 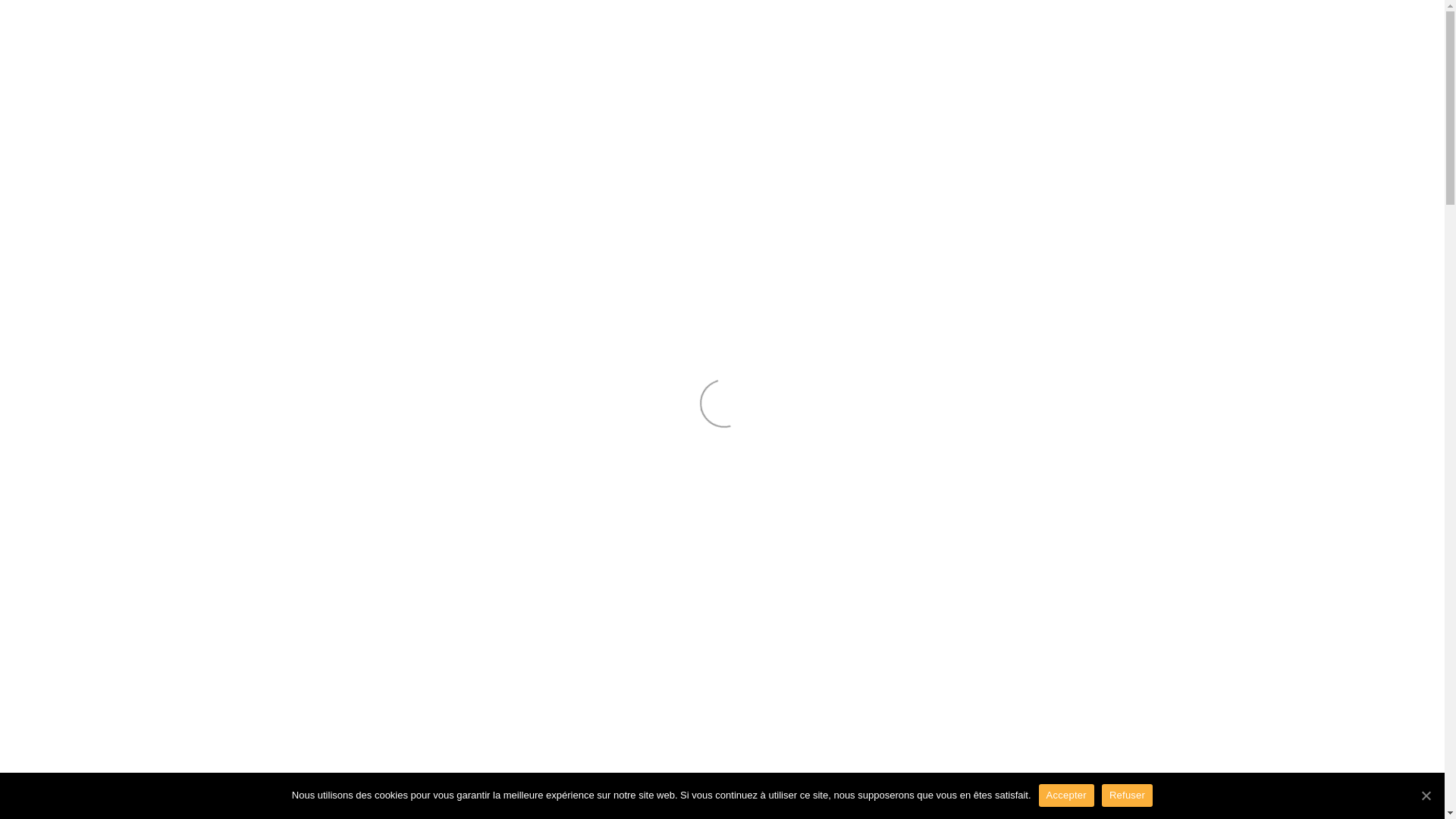 I want to click on 'Refuser', so click(x=1127, y=795).